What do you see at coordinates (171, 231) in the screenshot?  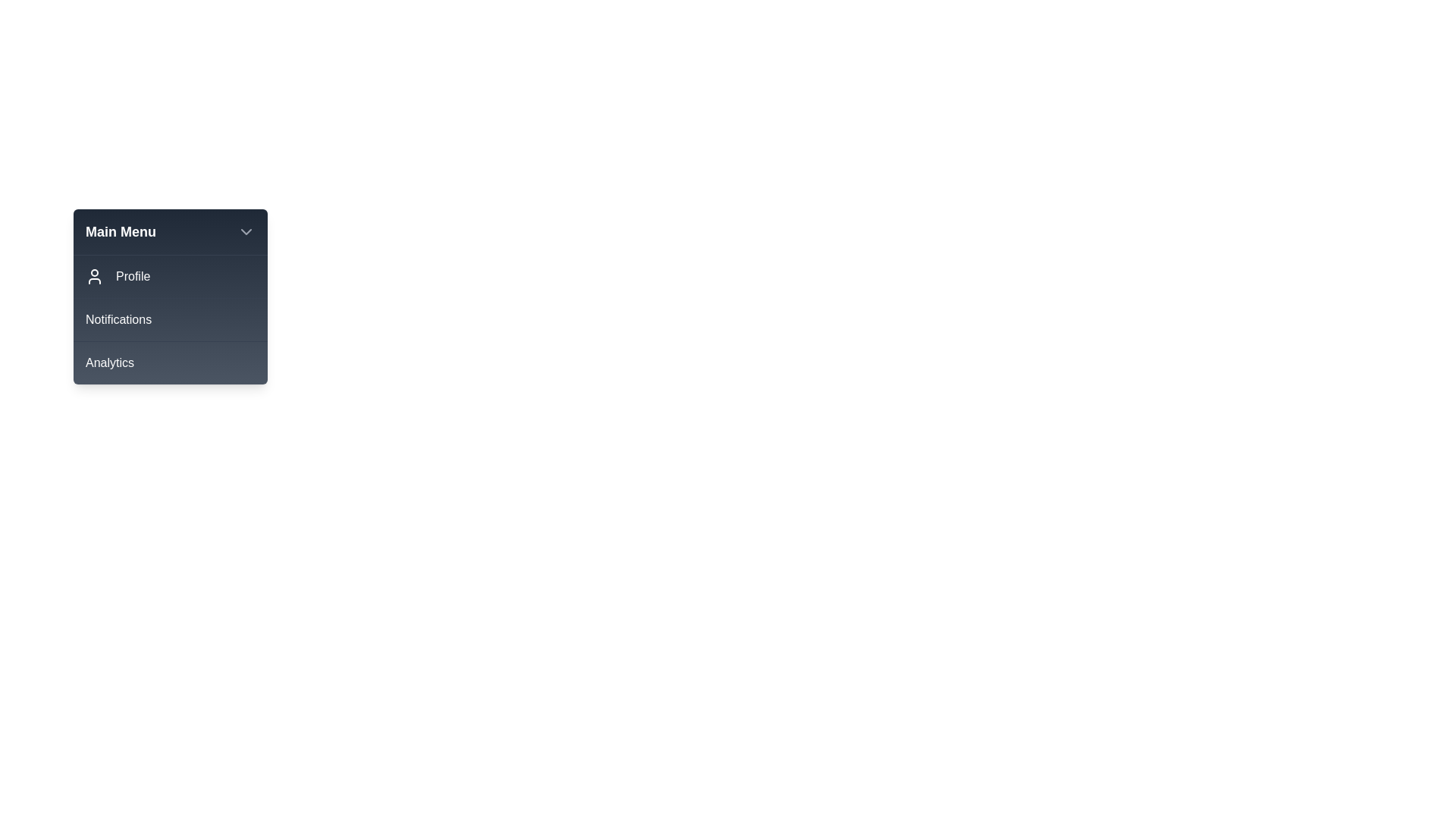 I see `the menu header to toggle the menu visibility` at bounding box center [171, 231].